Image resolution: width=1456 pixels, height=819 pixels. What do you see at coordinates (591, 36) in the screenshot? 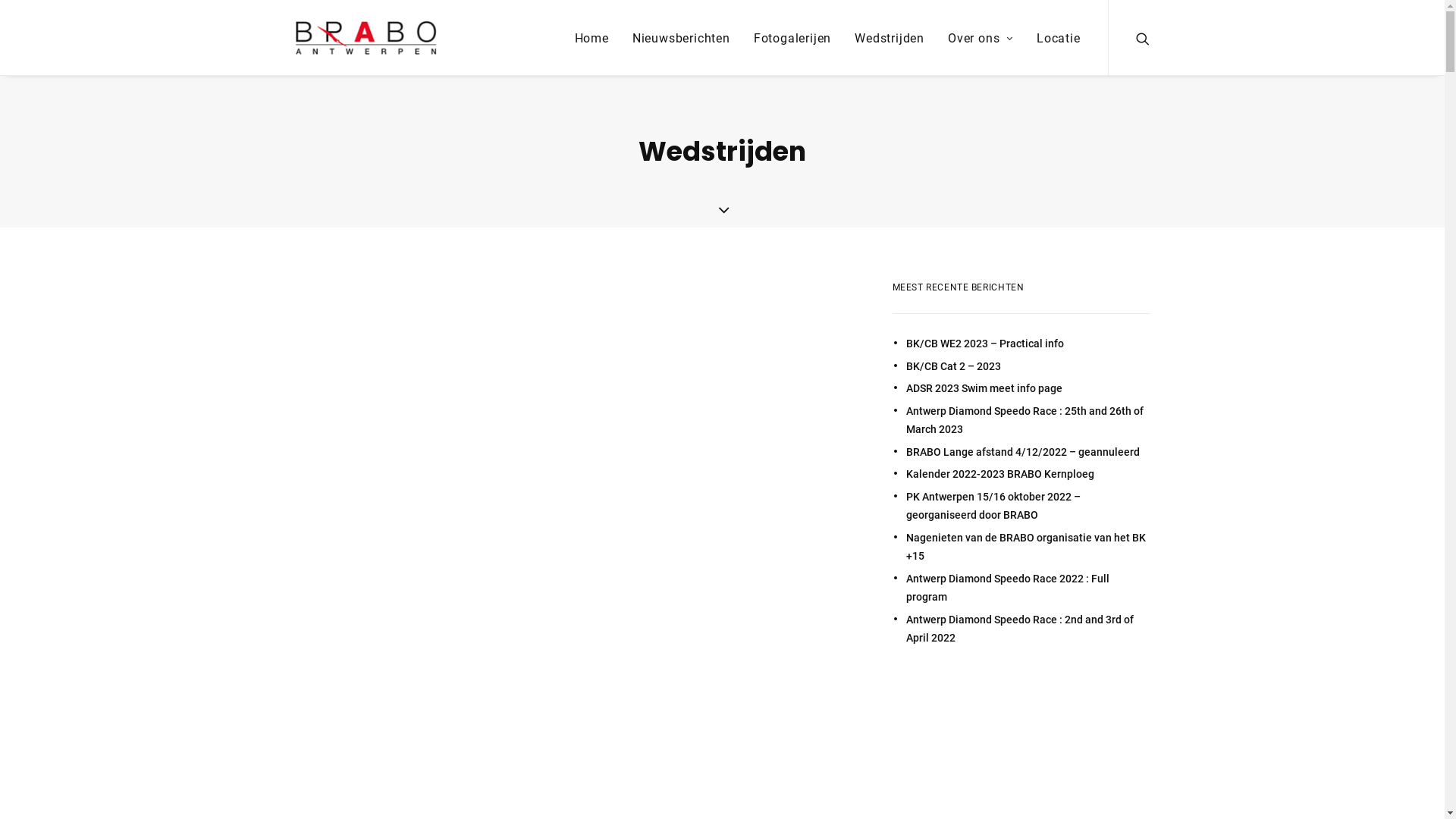
I see `'Home'` at bounding box center [591, 36].